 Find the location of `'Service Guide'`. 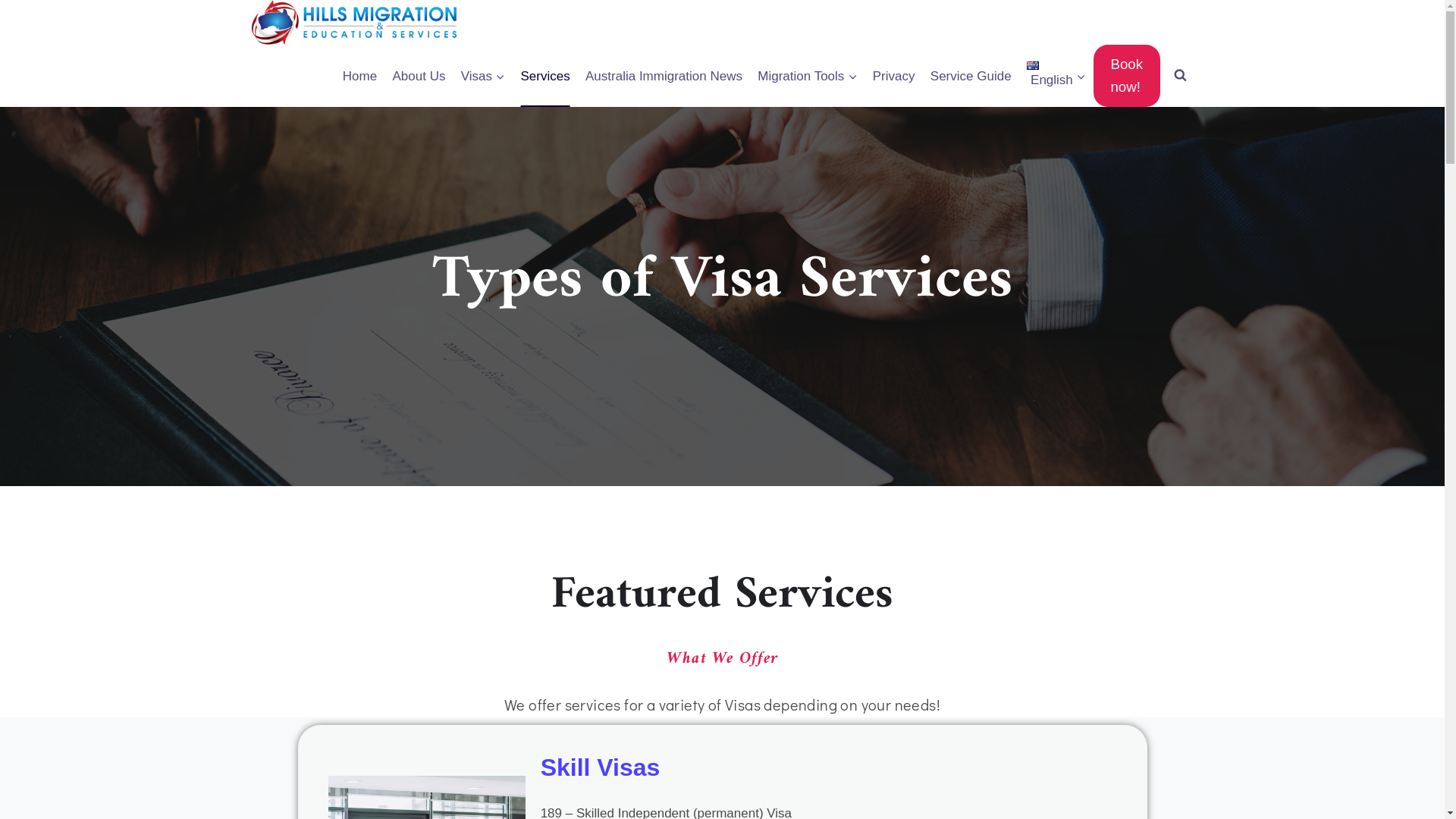

'Service Guide' is located at coordinates (971, 76).